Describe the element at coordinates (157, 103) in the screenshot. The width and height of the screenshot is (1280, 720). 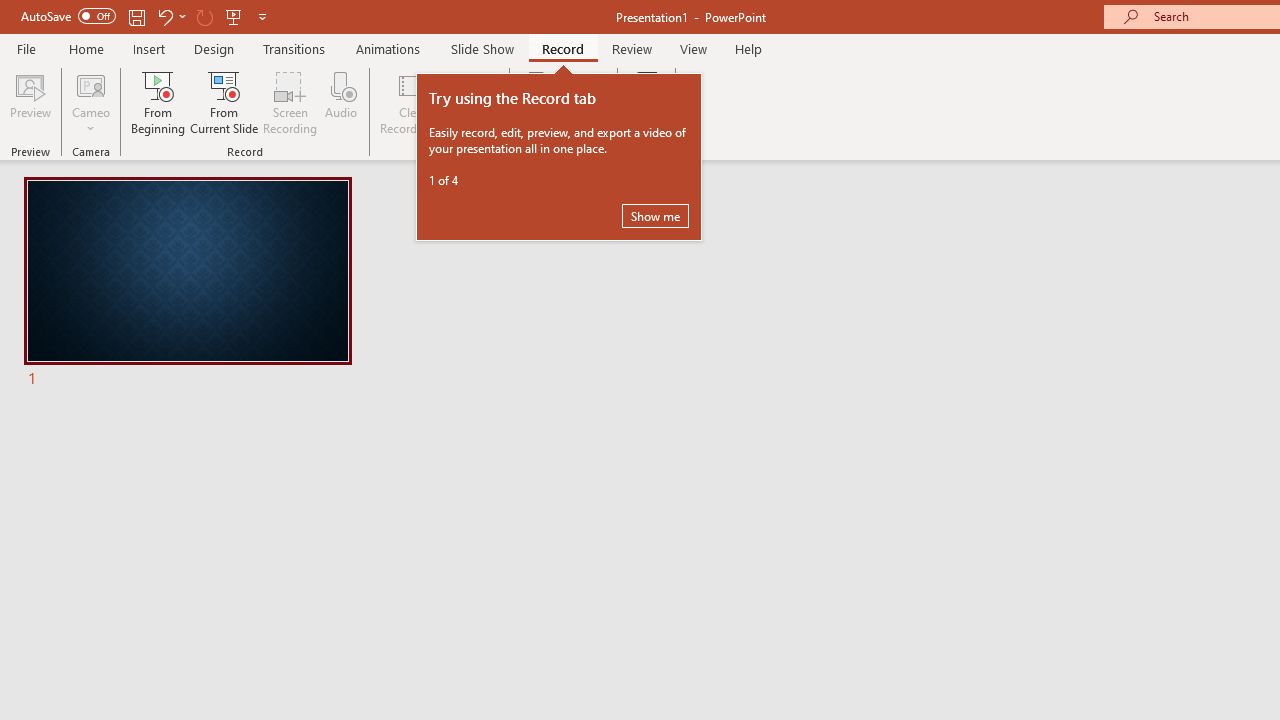
I see `'From Beginning...'` at that location.